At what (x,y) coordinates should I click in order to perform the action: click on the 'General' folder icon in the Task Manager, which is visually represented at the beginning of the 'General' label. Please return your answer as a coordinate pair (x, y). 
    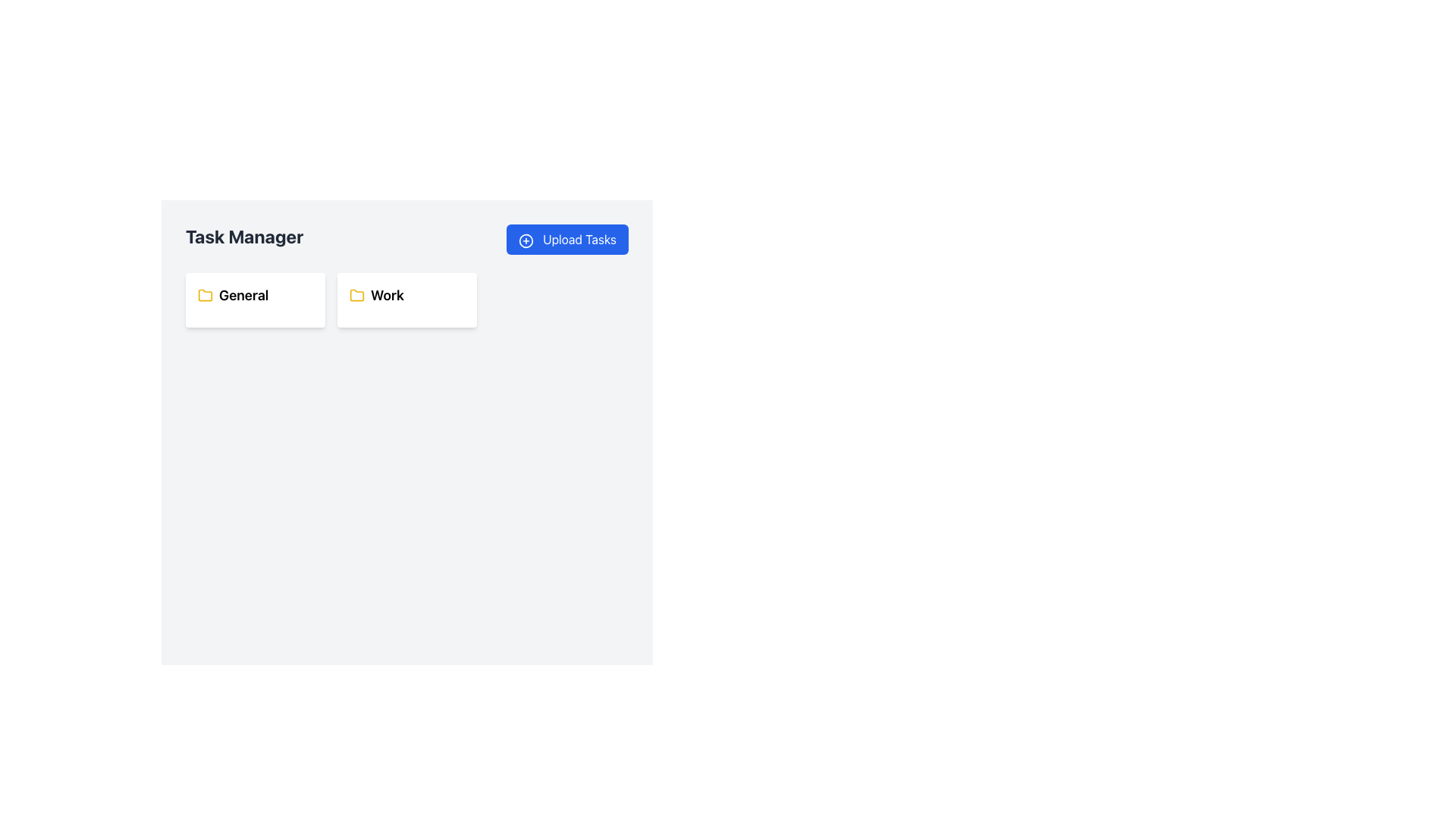
    Looking at the image, I should click on (204, 295).